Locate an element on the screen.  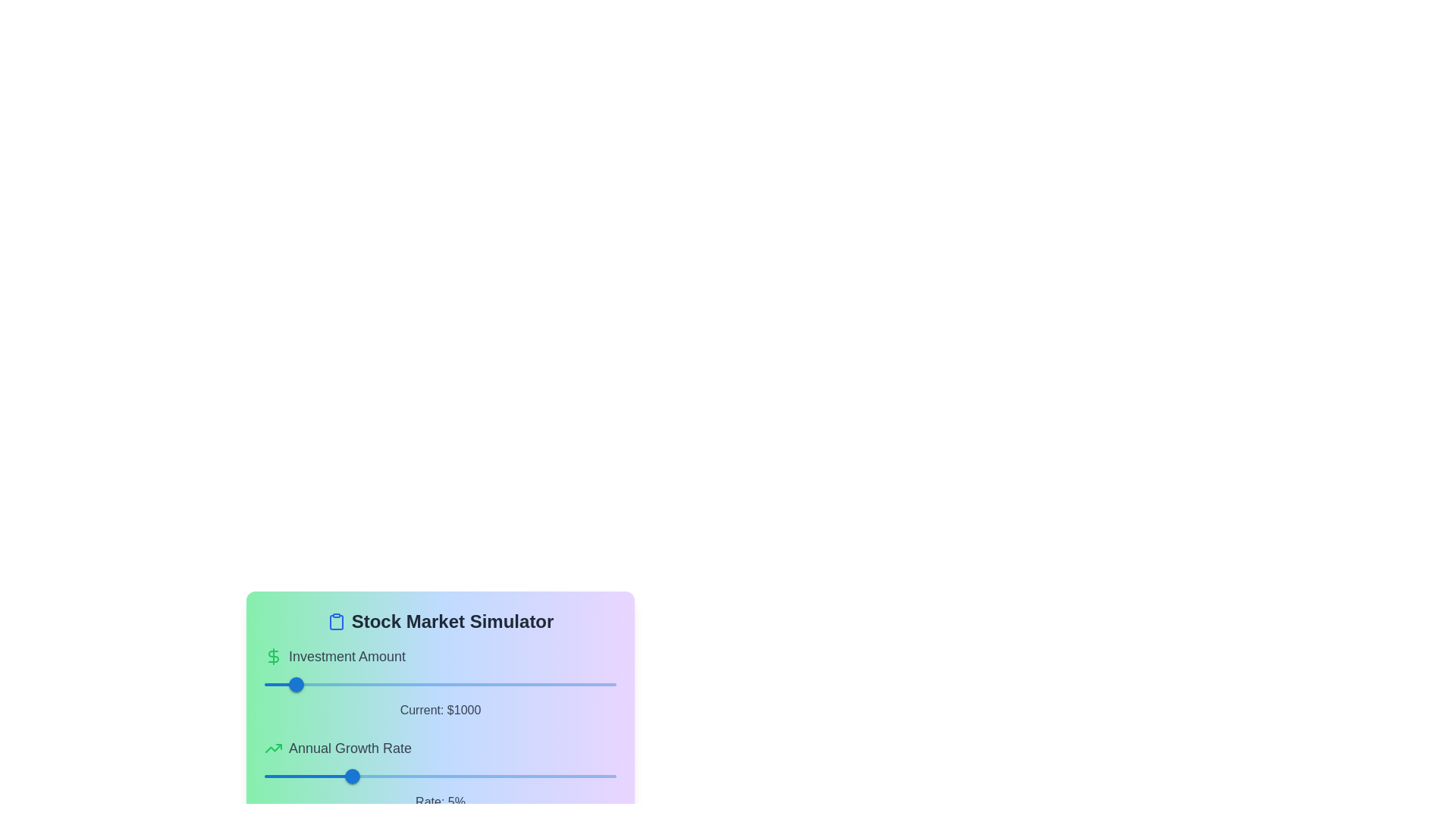
the annual growth rate is located at coordinates (278, 776).